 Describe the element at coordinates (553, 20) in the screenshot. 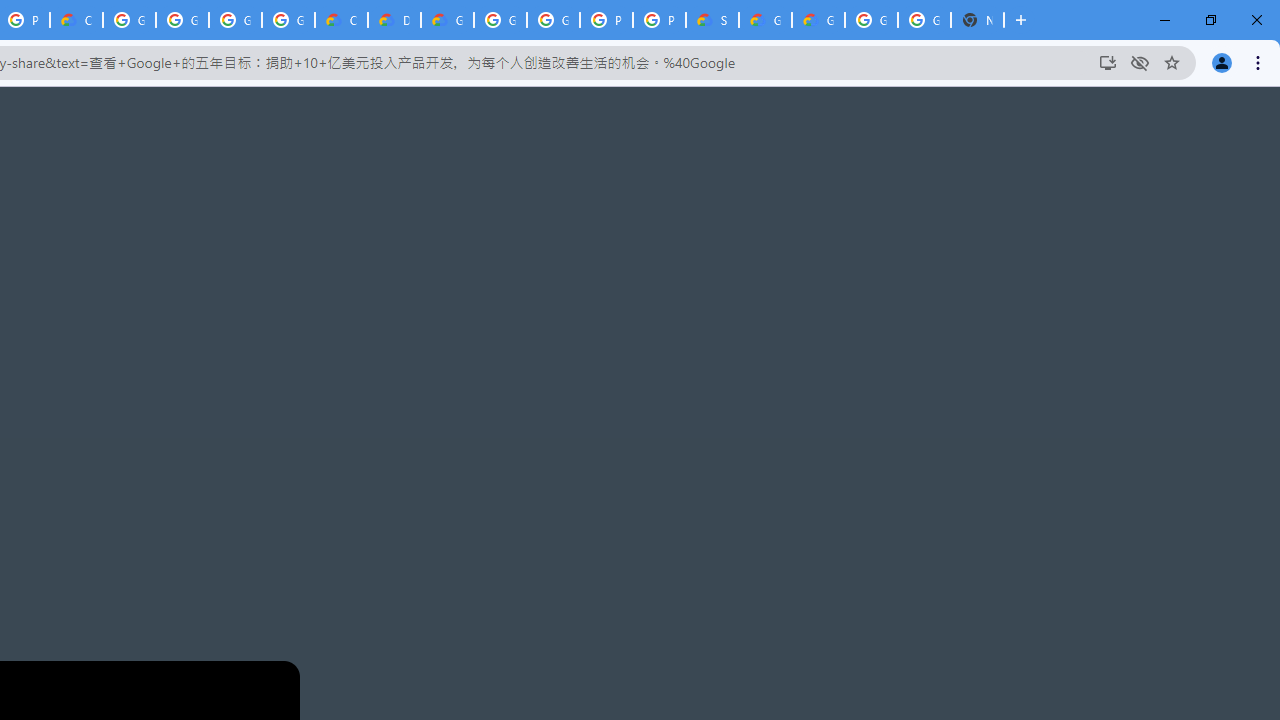

I see `'Google Cloud Platform'` at that location.